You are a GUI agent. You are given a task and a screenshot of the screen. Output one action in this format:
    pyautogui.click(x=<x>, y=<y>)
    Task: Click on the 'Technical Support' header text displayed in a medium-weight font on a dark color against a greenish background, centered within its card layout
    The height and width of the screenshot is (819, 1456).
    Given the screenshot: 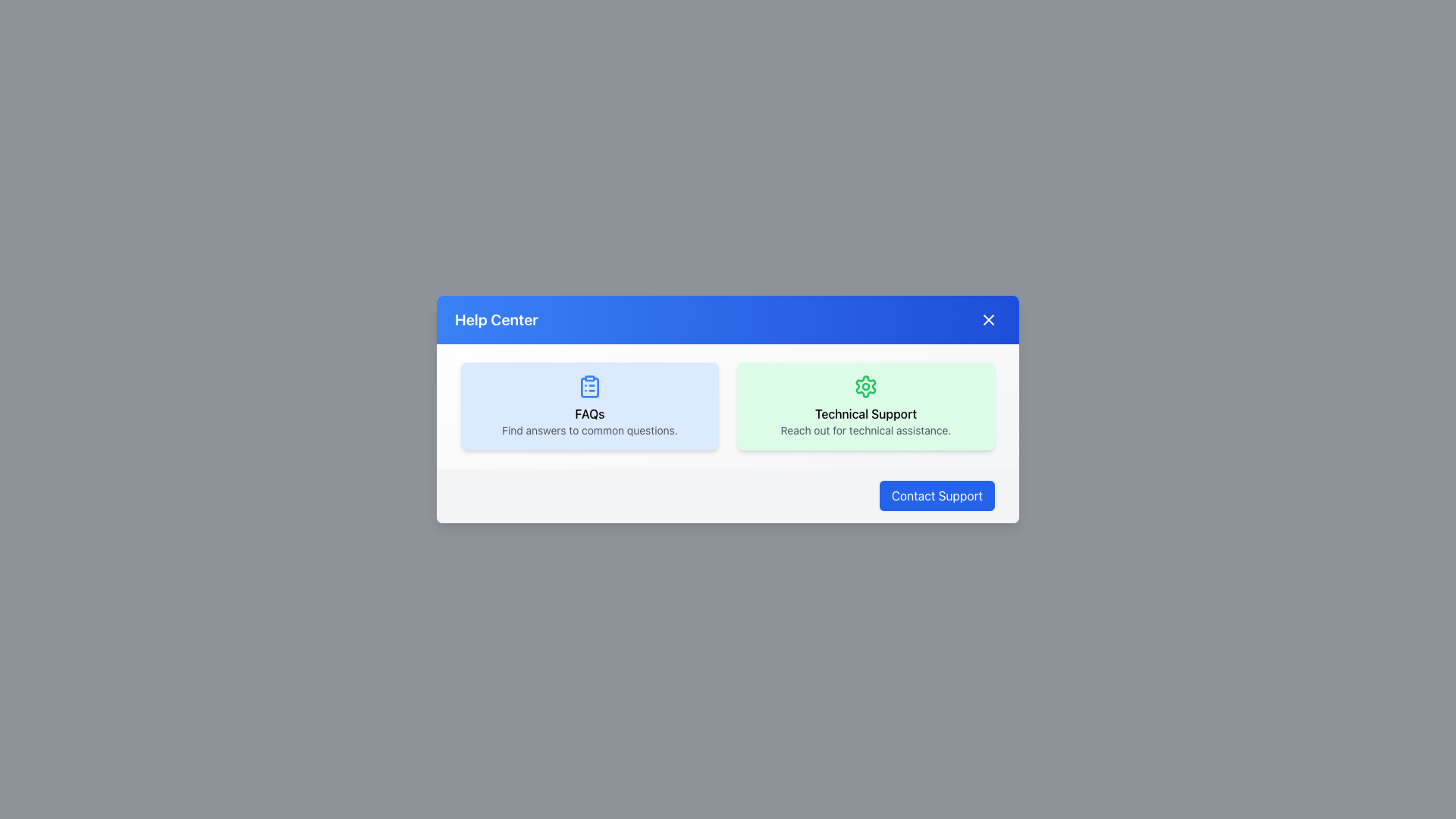 What is the action you would take?
    pyautogui.click(x=866, y=414)
    